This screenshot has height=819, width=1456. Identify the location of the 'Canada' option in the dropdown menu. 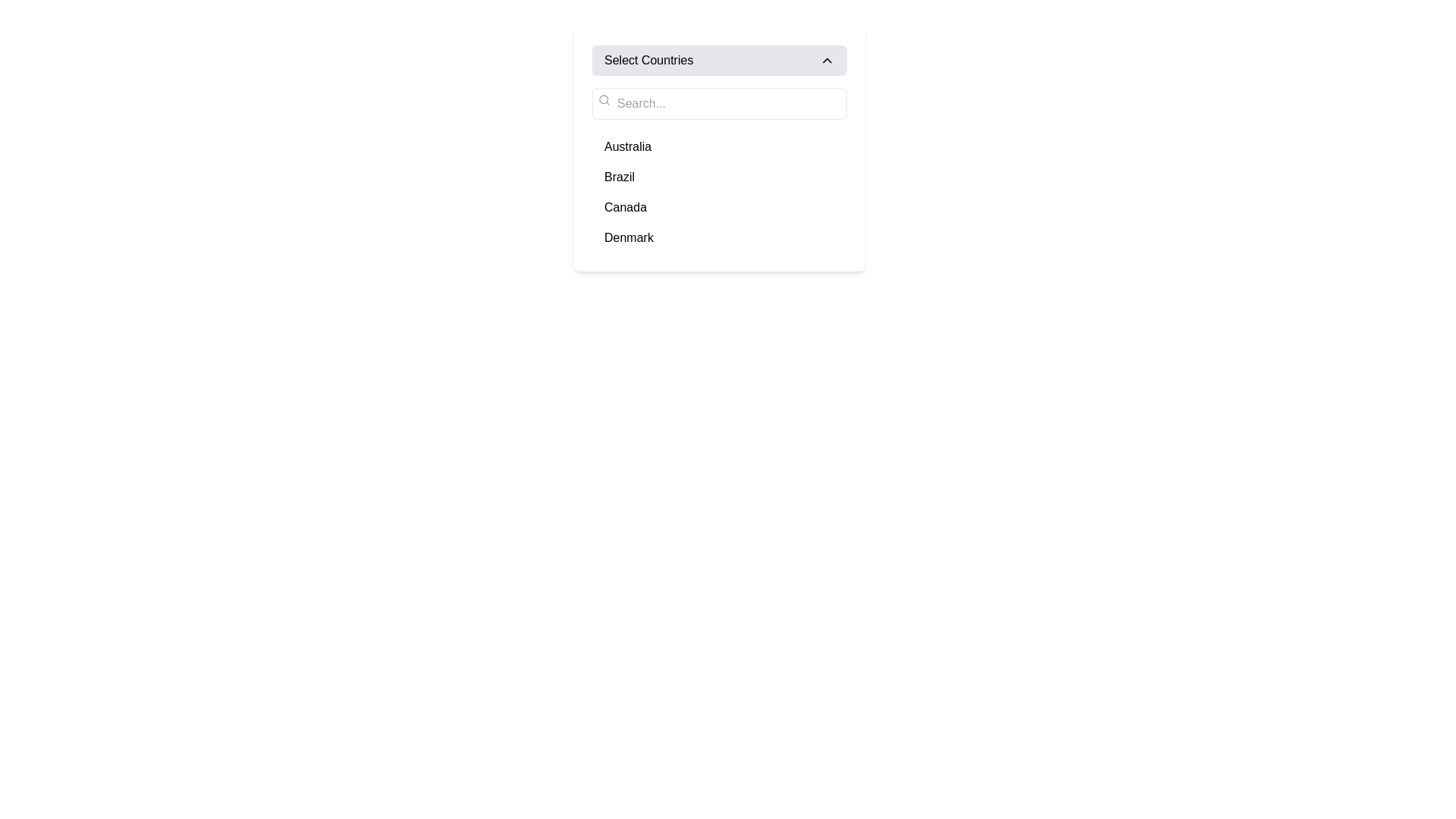
(626, 207).